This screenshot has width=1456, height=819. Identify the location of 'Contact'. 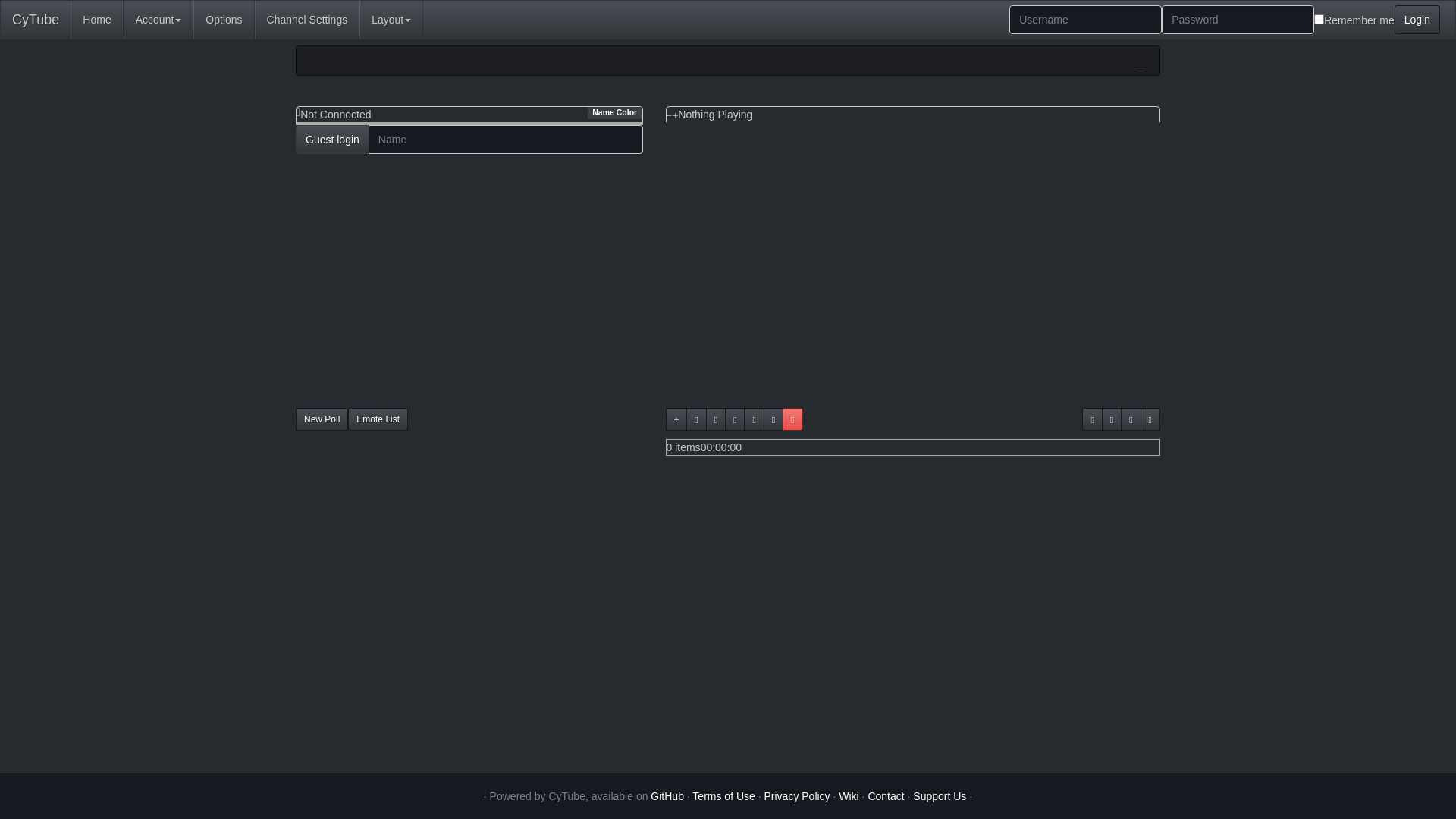
(885, 795).